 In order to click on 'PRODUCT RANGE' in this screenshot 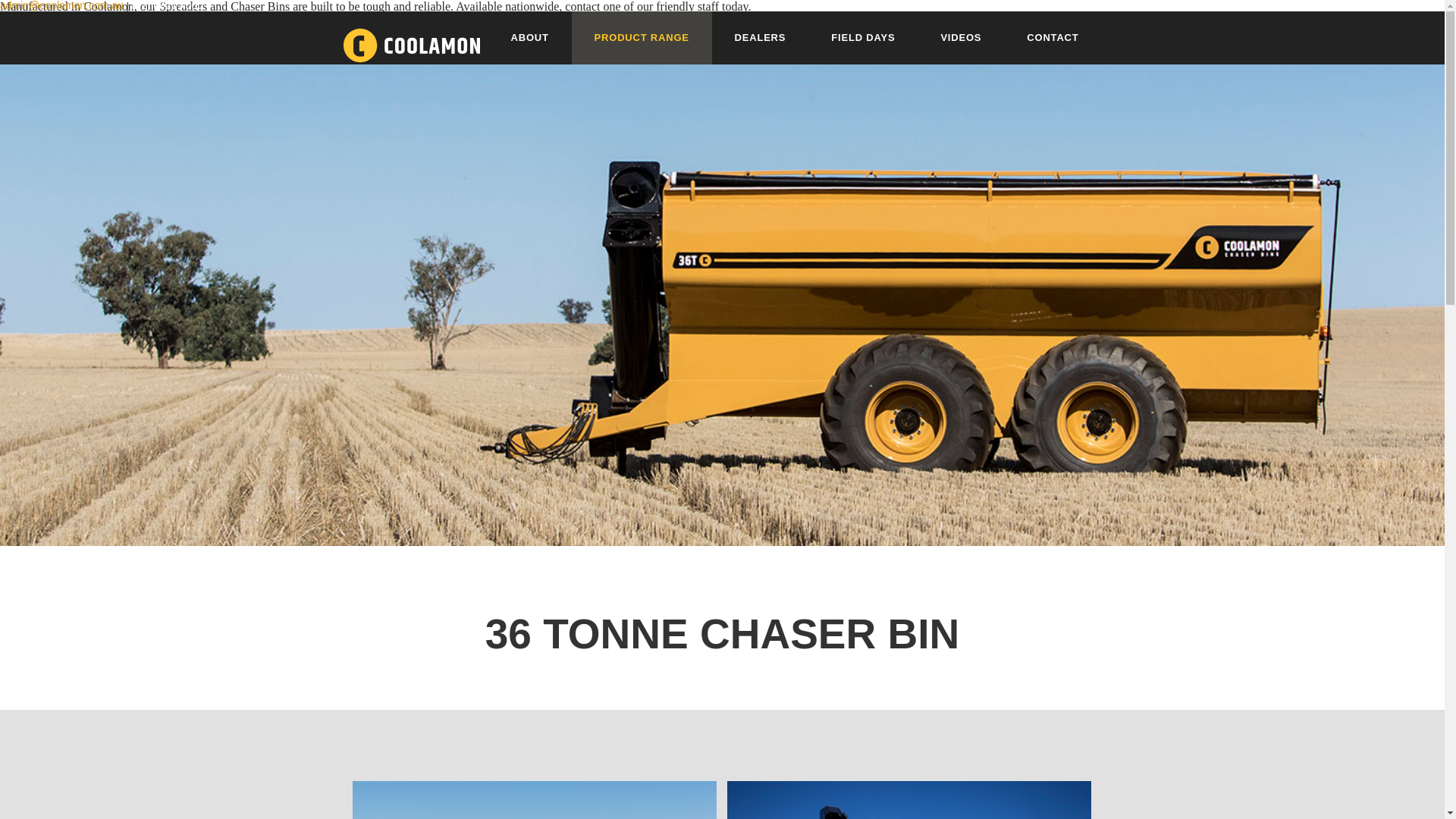, I will do `click(642, 37)`.